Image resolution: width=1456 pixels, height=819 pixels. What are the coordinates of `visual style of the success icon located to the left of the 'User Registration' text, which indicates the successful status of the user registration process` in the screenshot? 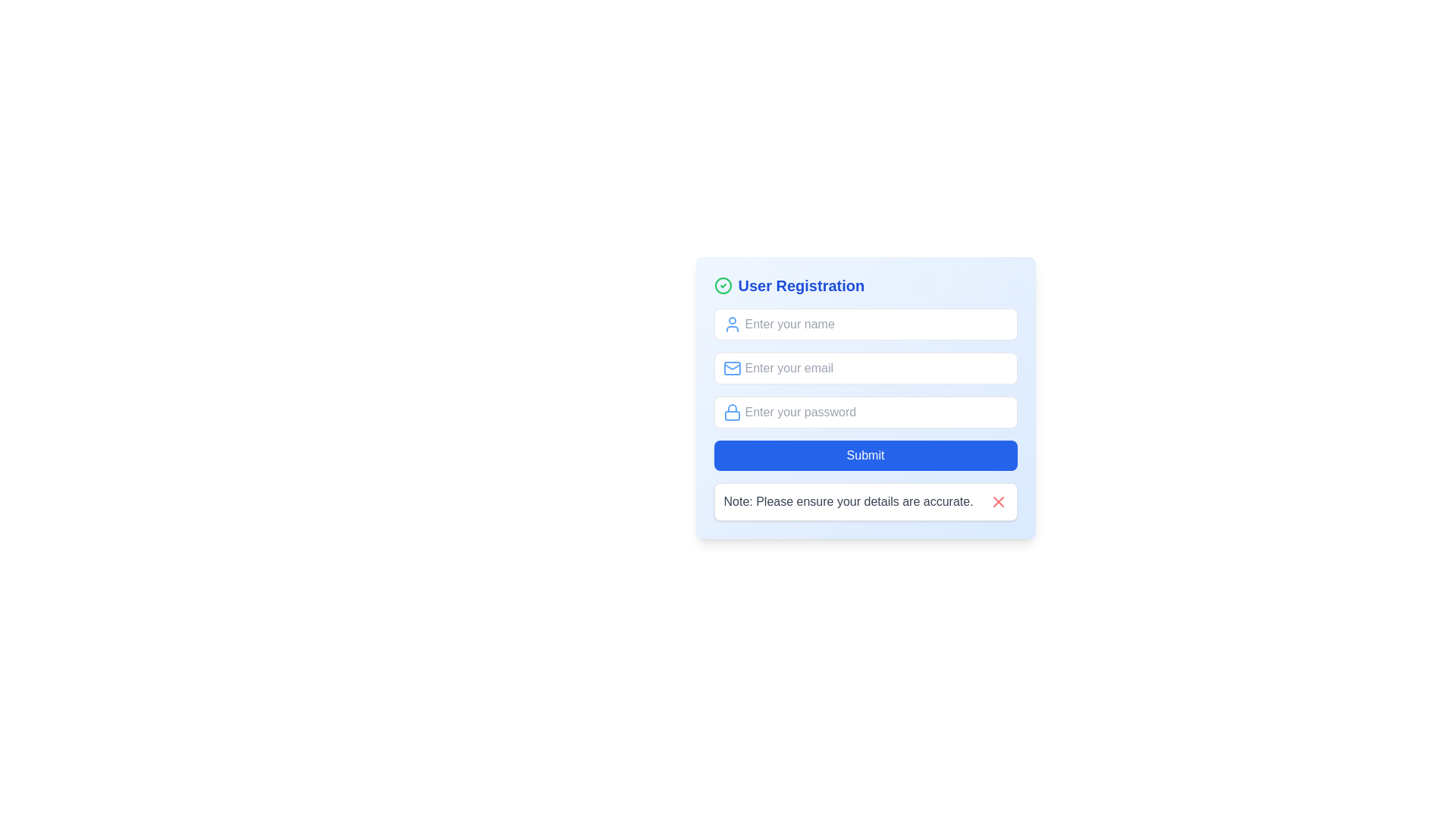 It's located at (722, 286).